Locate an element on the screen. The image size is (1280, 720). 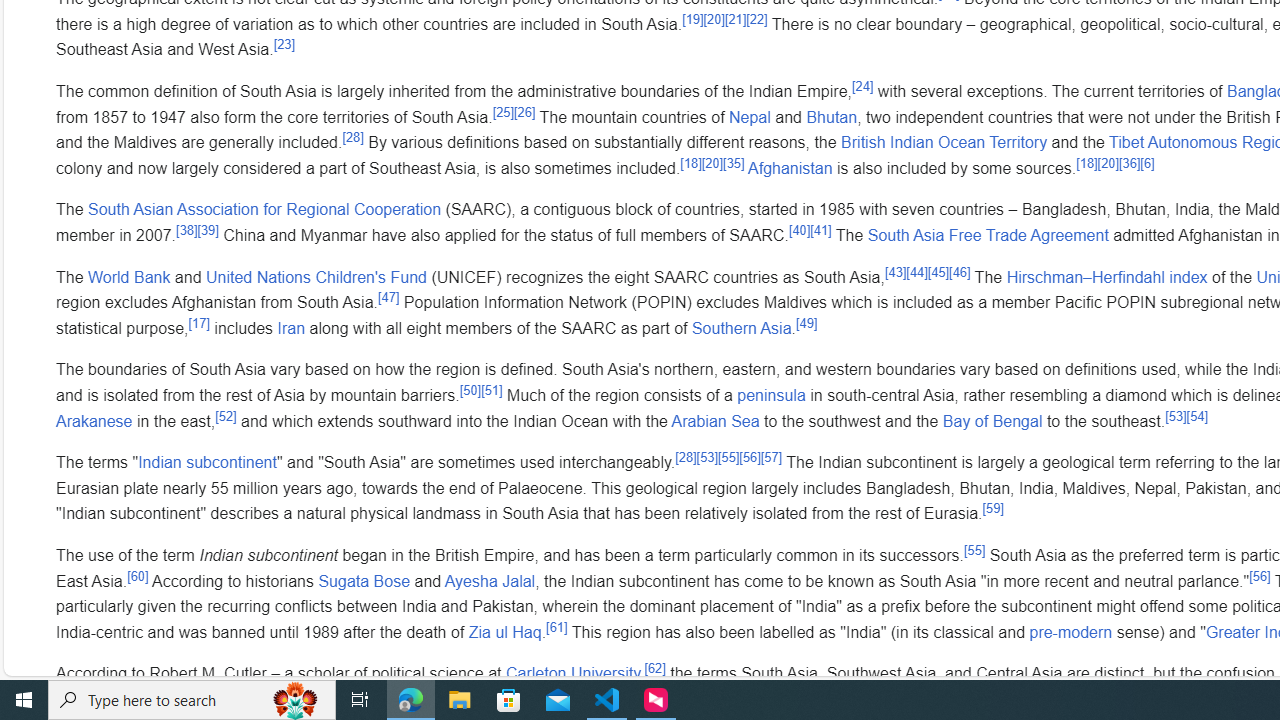
'[62]' is located at coordinates (654, 668).